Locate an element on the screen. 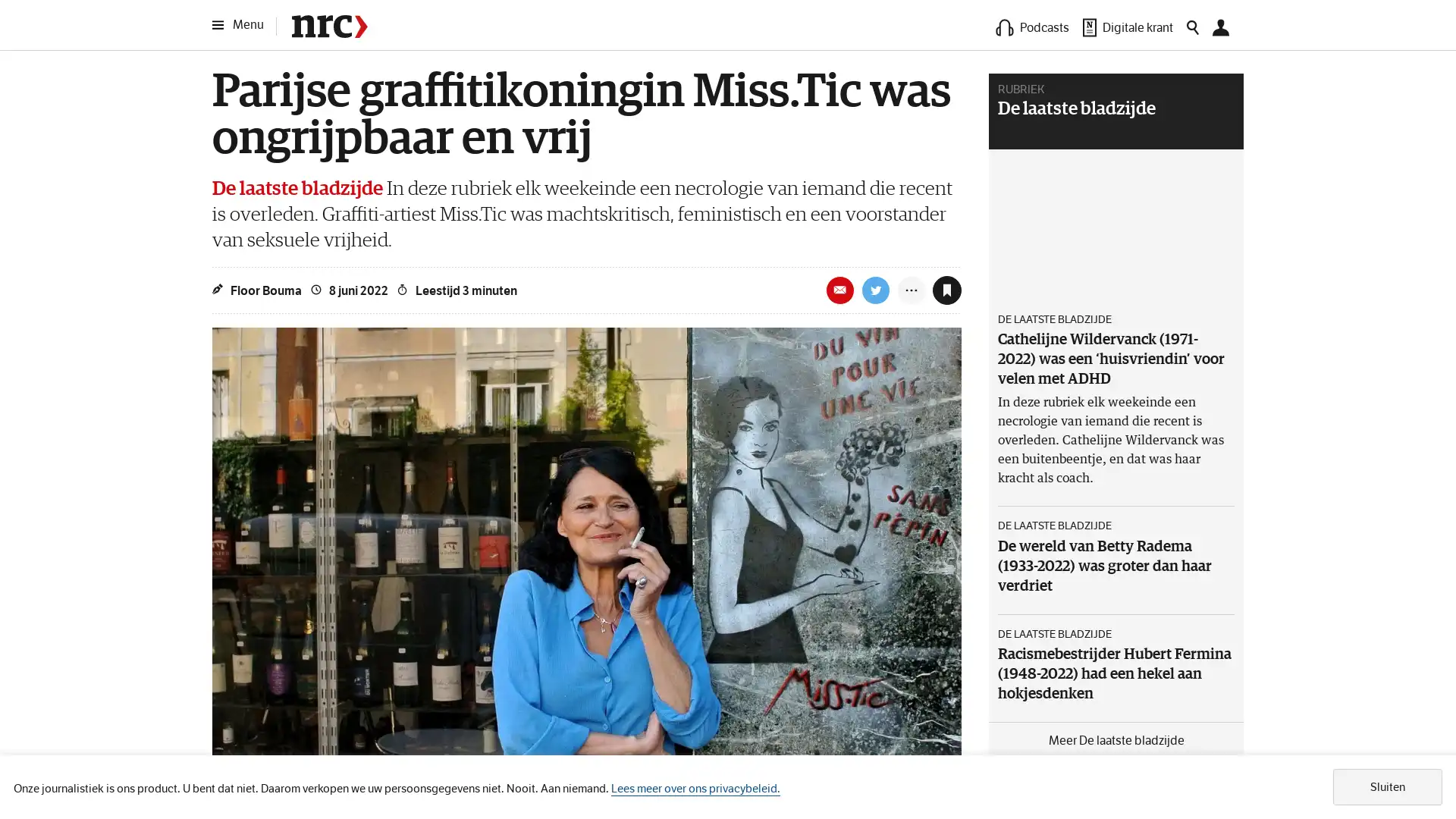 The image size is (1456, 819). Mijn NRC is located at coordinates (1220, 27).